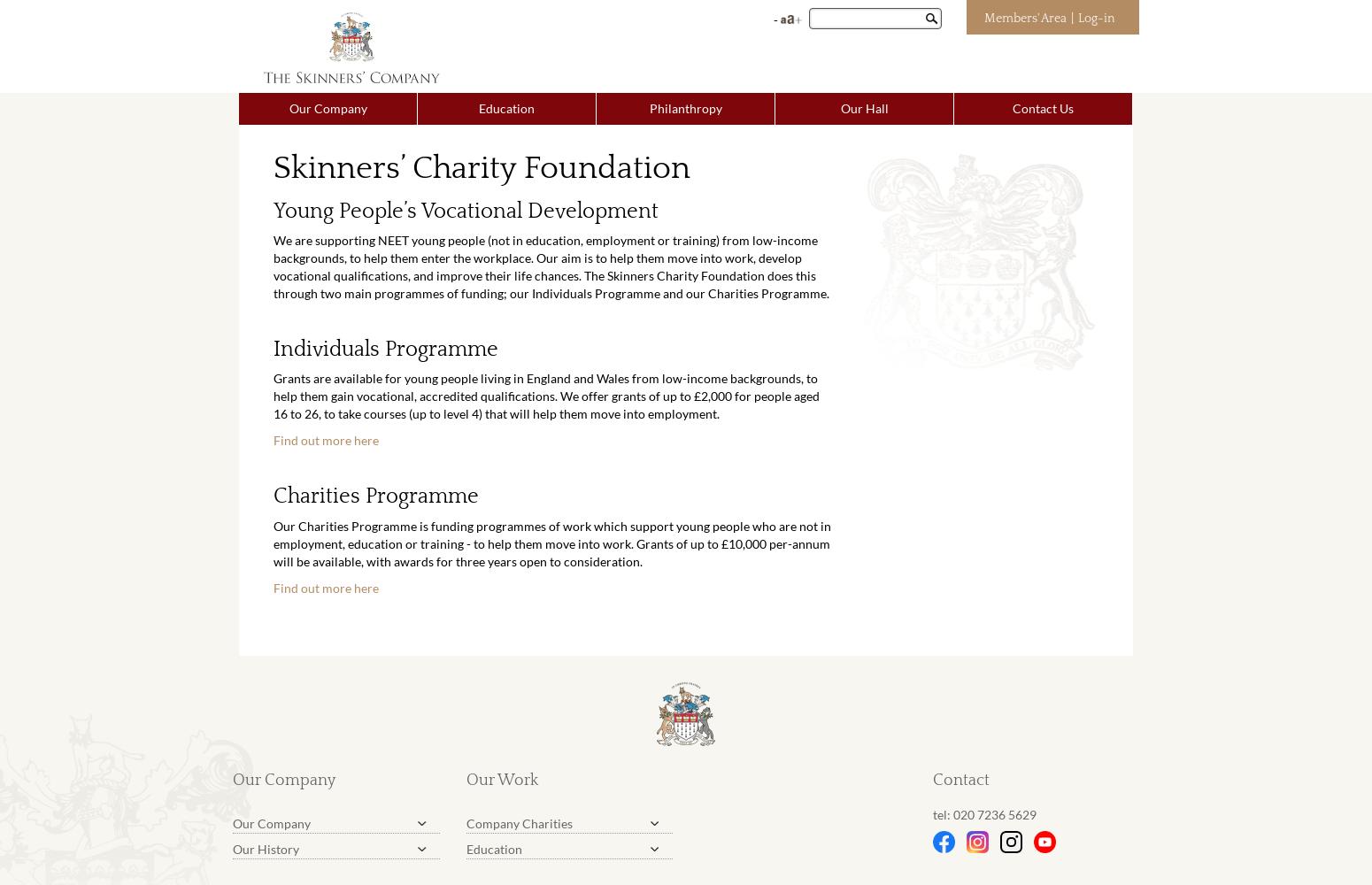  What do you see at coordinates (386, 349) in the screenshot?
I see `'Individuals Programme'` at bounding box center [386, 349].